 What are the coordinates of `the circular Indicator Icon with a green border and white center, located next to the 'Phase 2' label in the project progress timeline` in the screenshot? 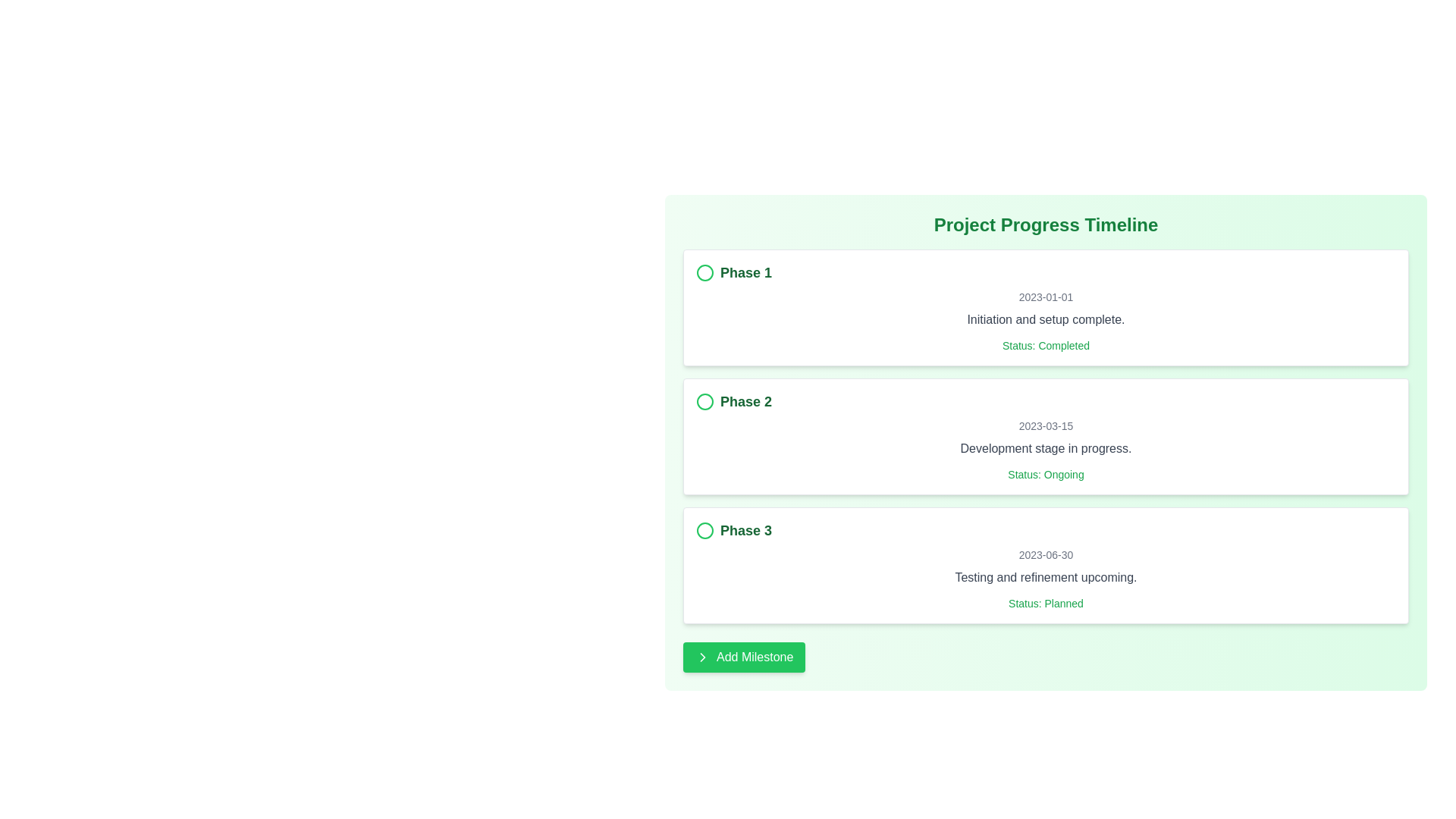 It's located at (704, 400).